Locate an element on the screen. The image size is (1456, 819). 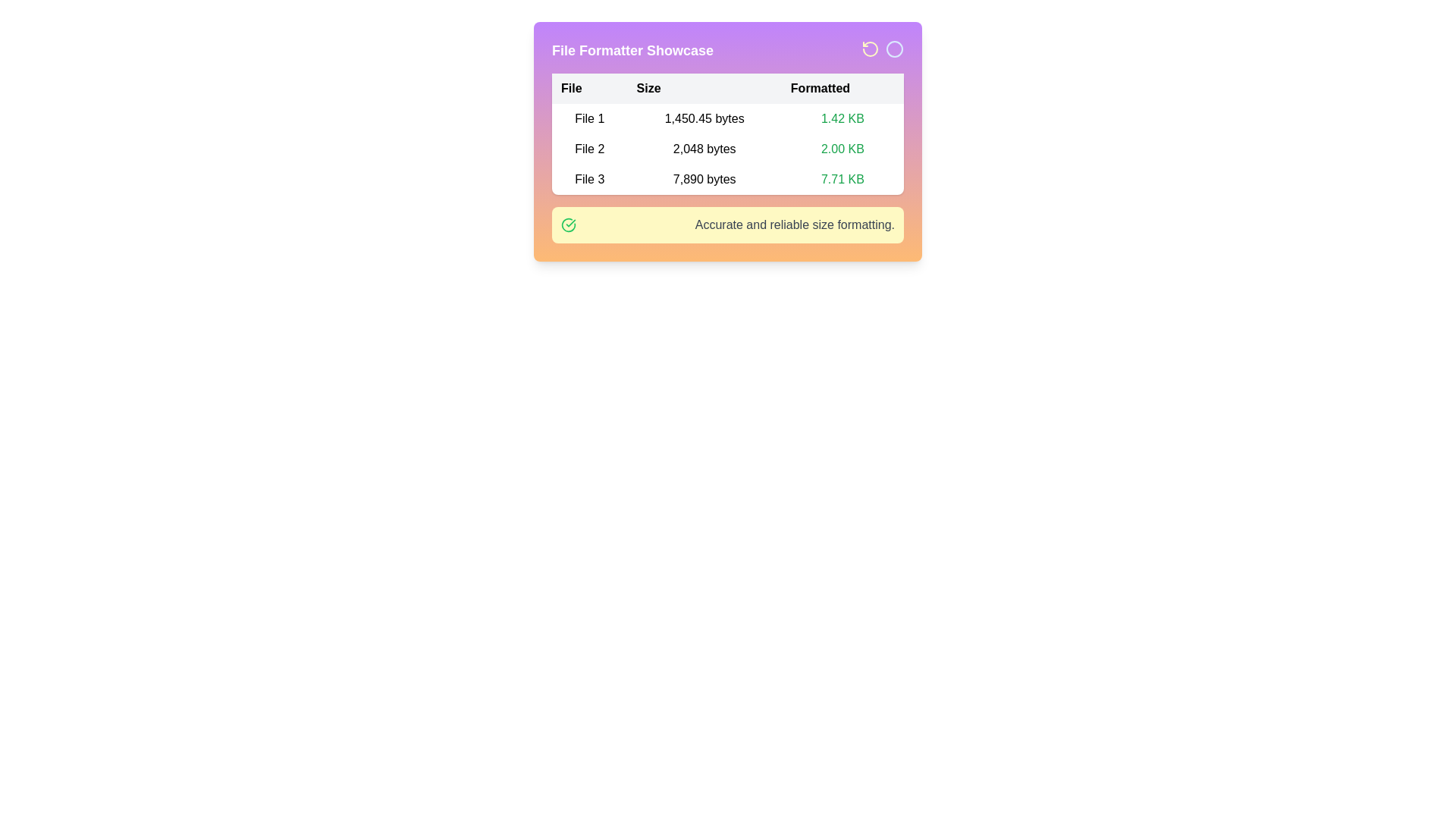
information displayed in the second row of the file information table, which includes 'File 2', '2,048 bytes', and '2.00 KB' is located at coordinates (728, 149).